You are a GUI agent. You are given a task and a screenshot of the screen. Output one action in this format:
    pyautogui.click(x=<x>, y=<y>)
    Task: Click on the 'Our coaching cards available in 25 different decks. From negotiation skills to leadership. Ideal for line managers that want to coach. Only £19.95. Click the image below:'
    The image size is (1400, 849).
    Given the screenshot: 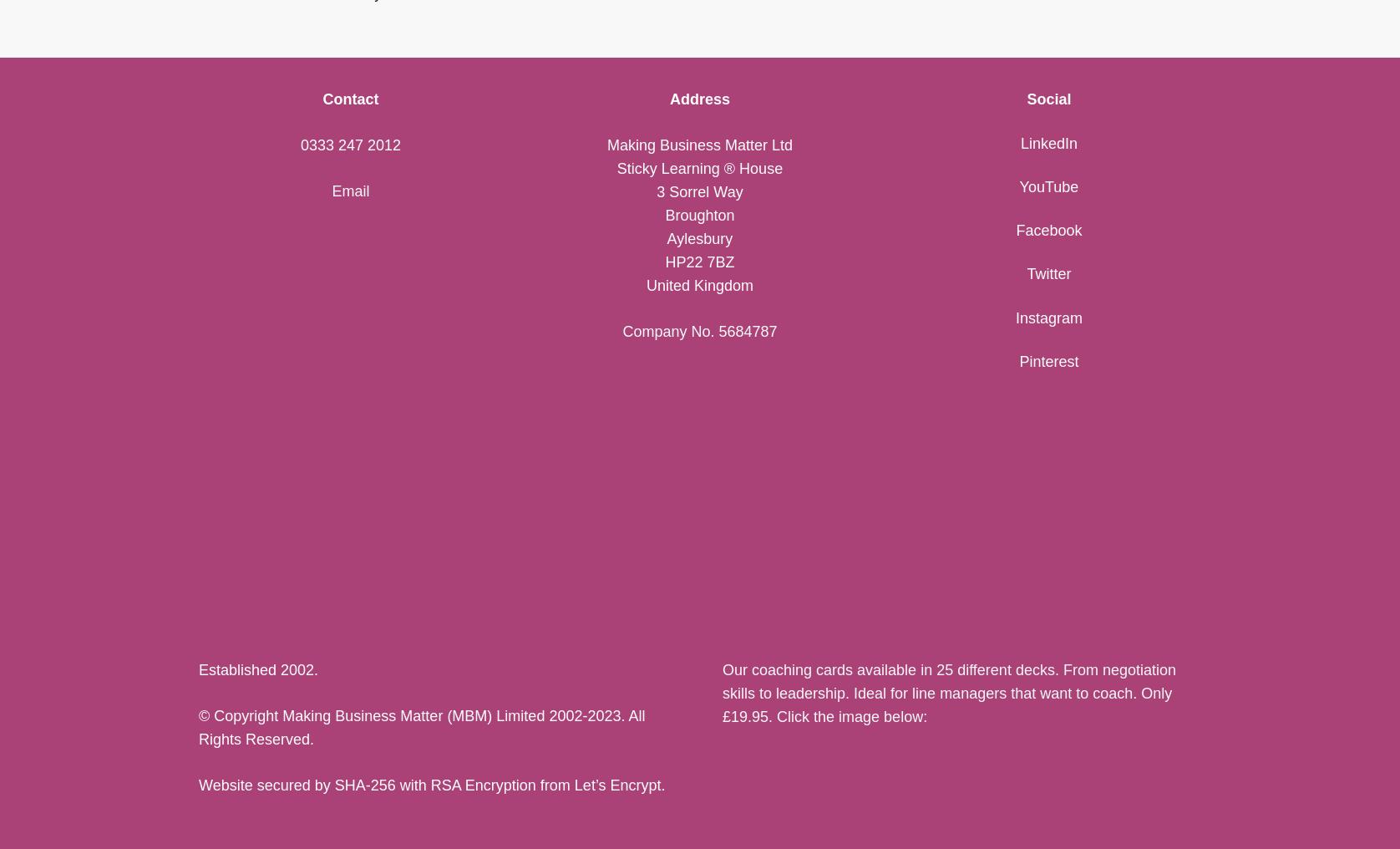 What is the action you would take?
    pyautogui.click(x=947, y=693)
    